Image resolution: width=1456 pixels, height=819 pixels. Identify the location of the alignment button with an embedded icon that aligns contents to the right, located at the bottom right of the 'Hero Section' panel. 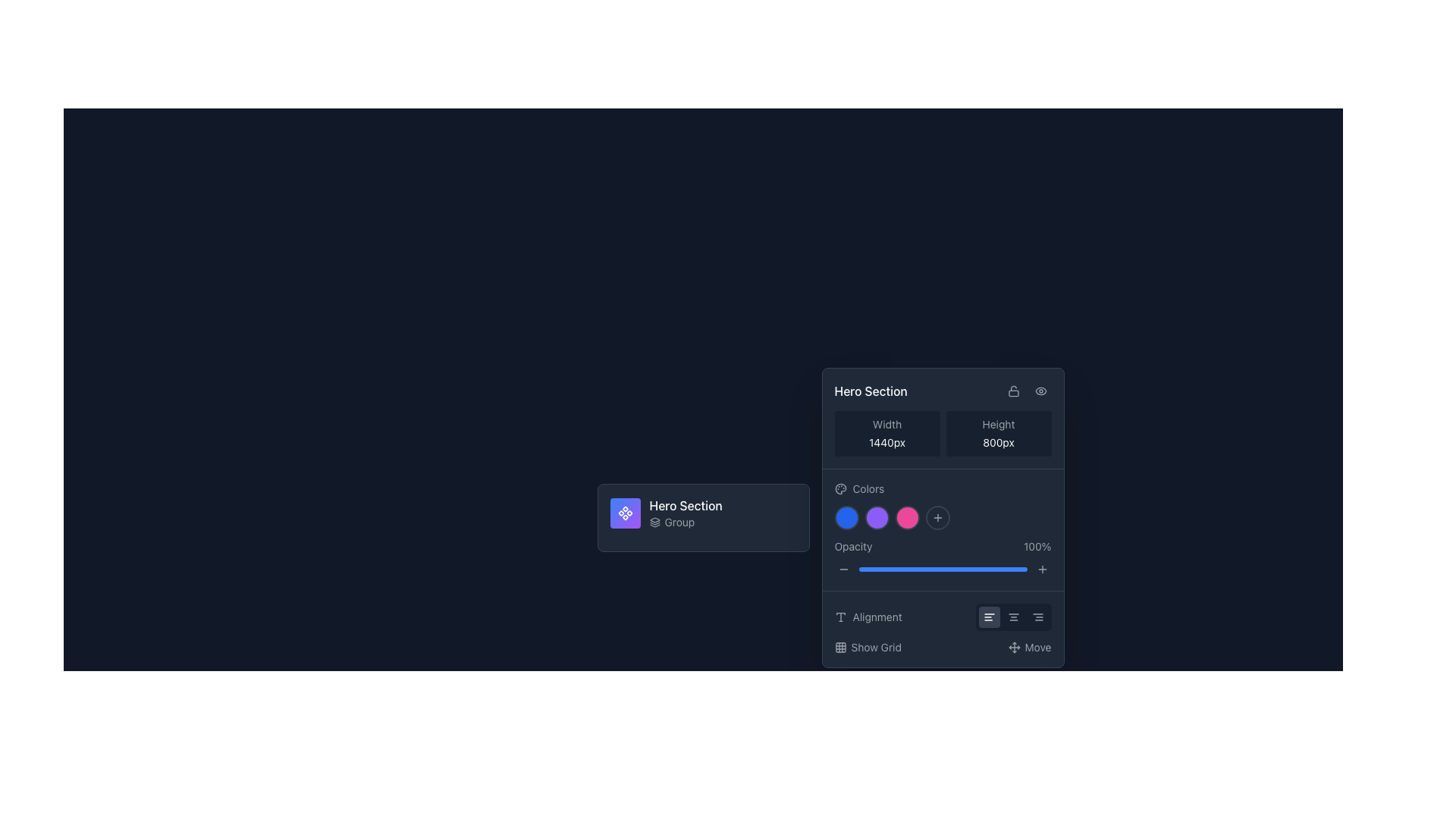
(1037, 617).